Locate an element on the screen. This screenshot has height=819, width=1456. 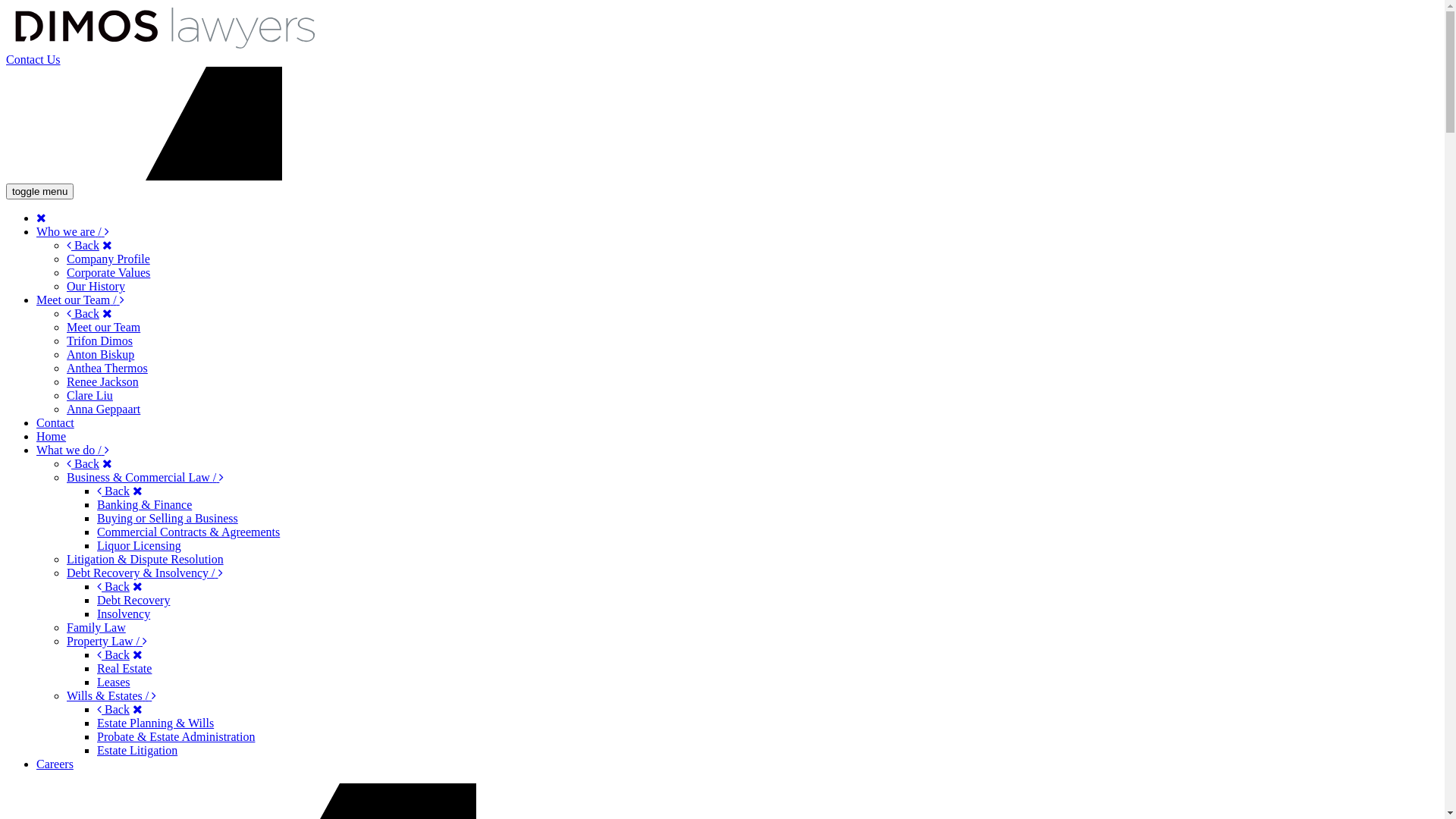
'Meet our Team' is located at coordinates (102, 326).